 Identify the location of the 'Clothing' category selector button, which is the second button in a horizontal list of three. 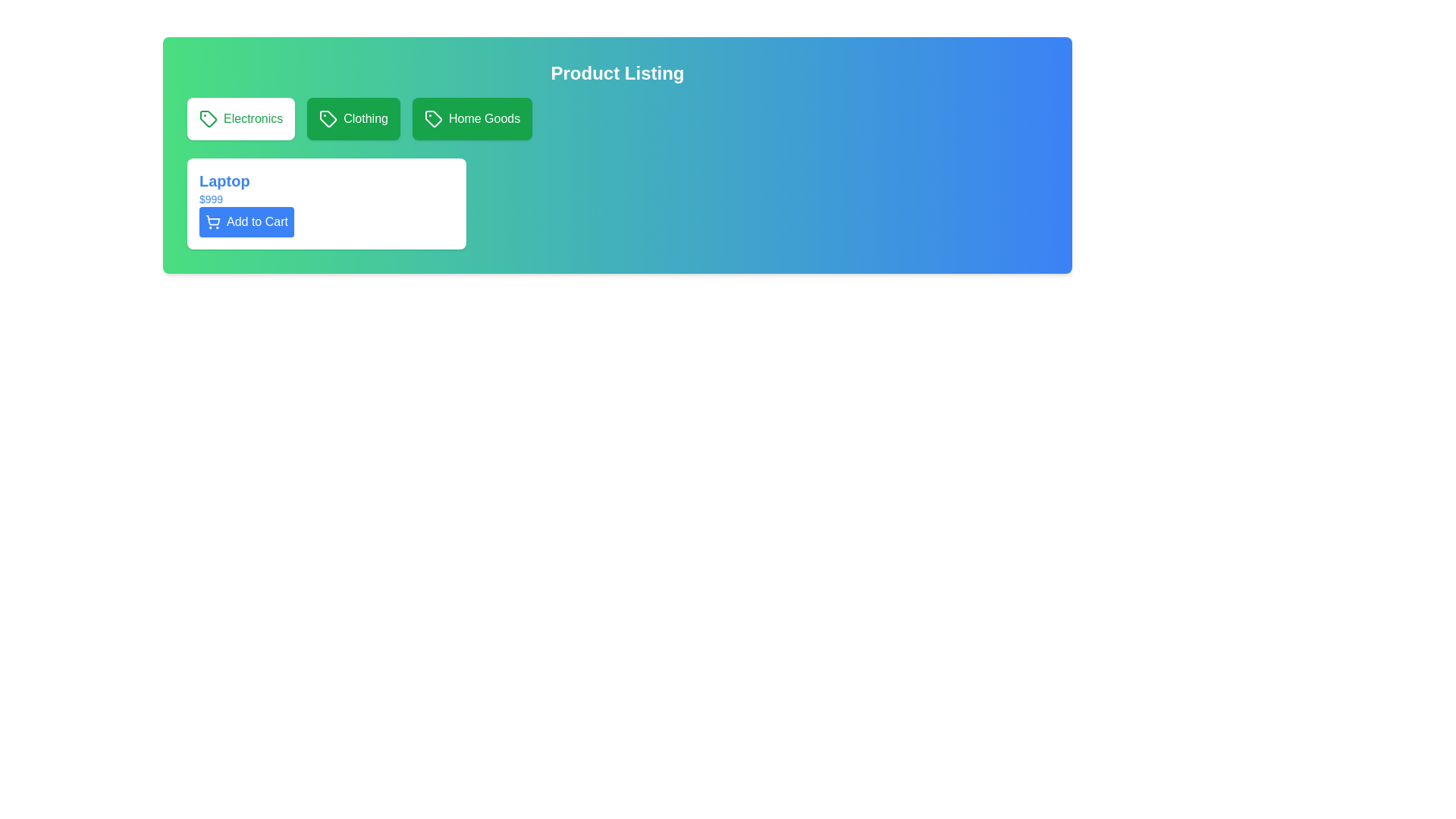
(353, 118).